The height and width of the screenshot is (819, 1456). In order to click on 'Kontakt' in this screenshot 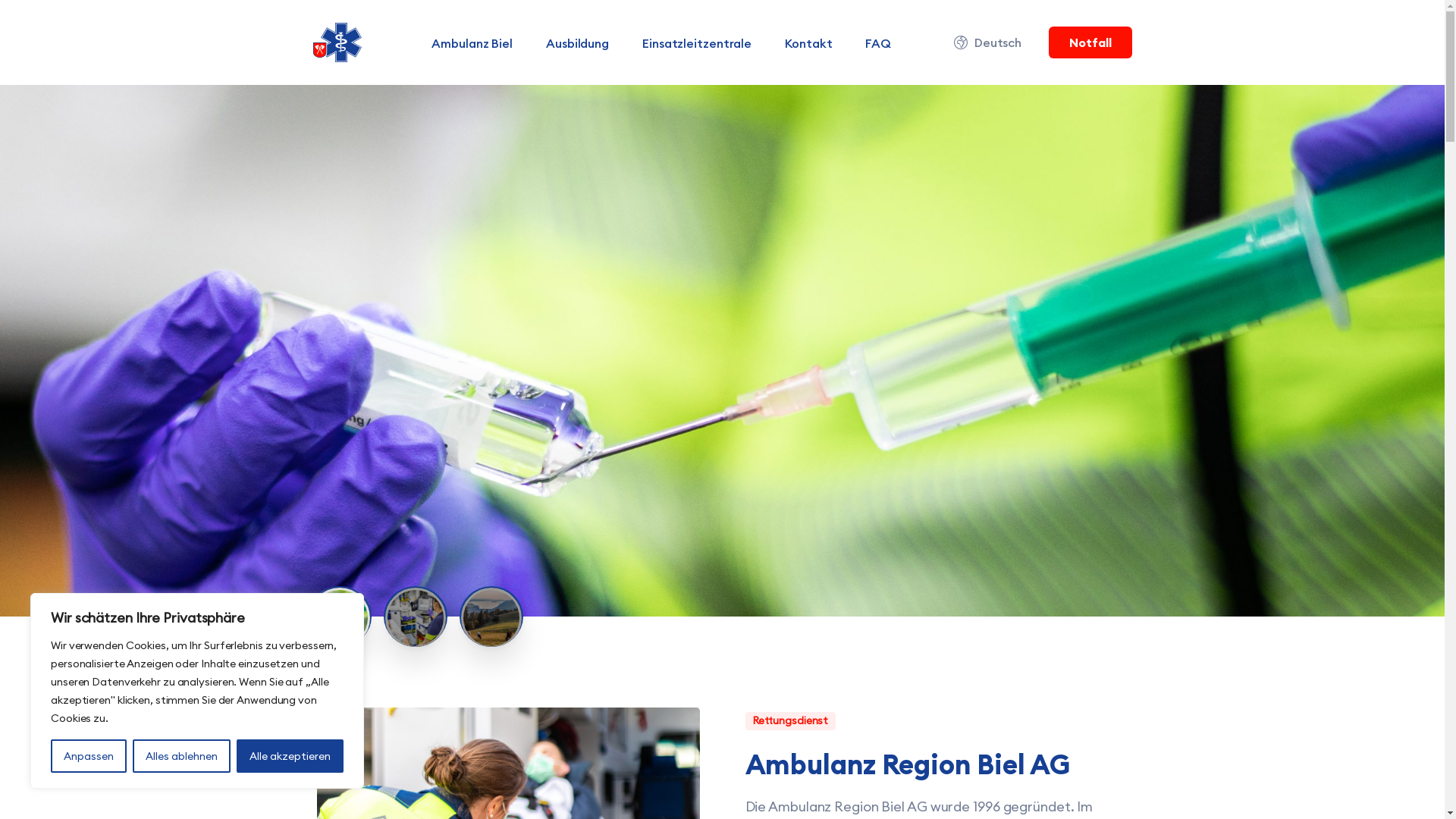, I will do `click(775, 42)`.